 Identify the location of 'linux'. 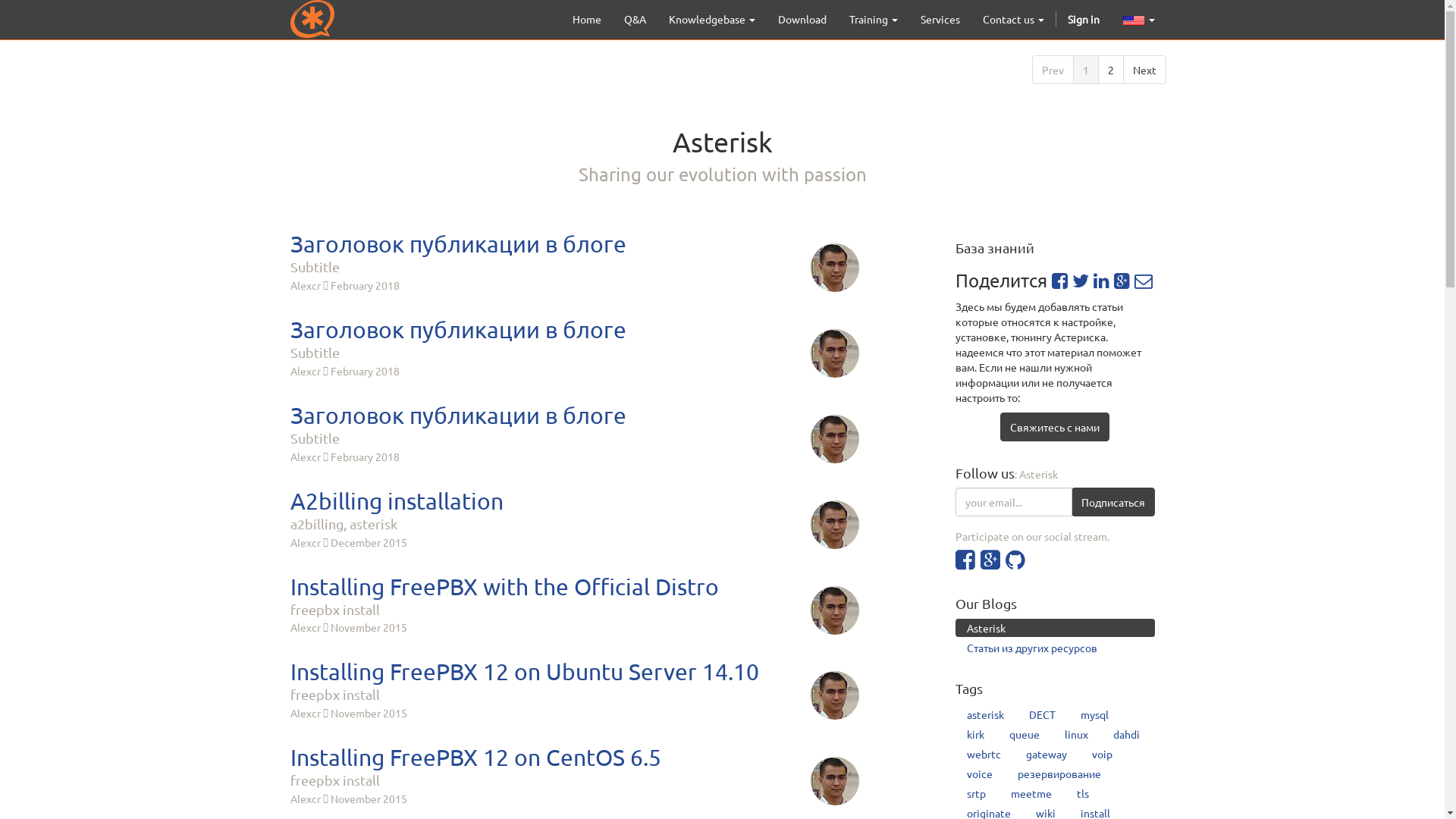
(1052, 733).